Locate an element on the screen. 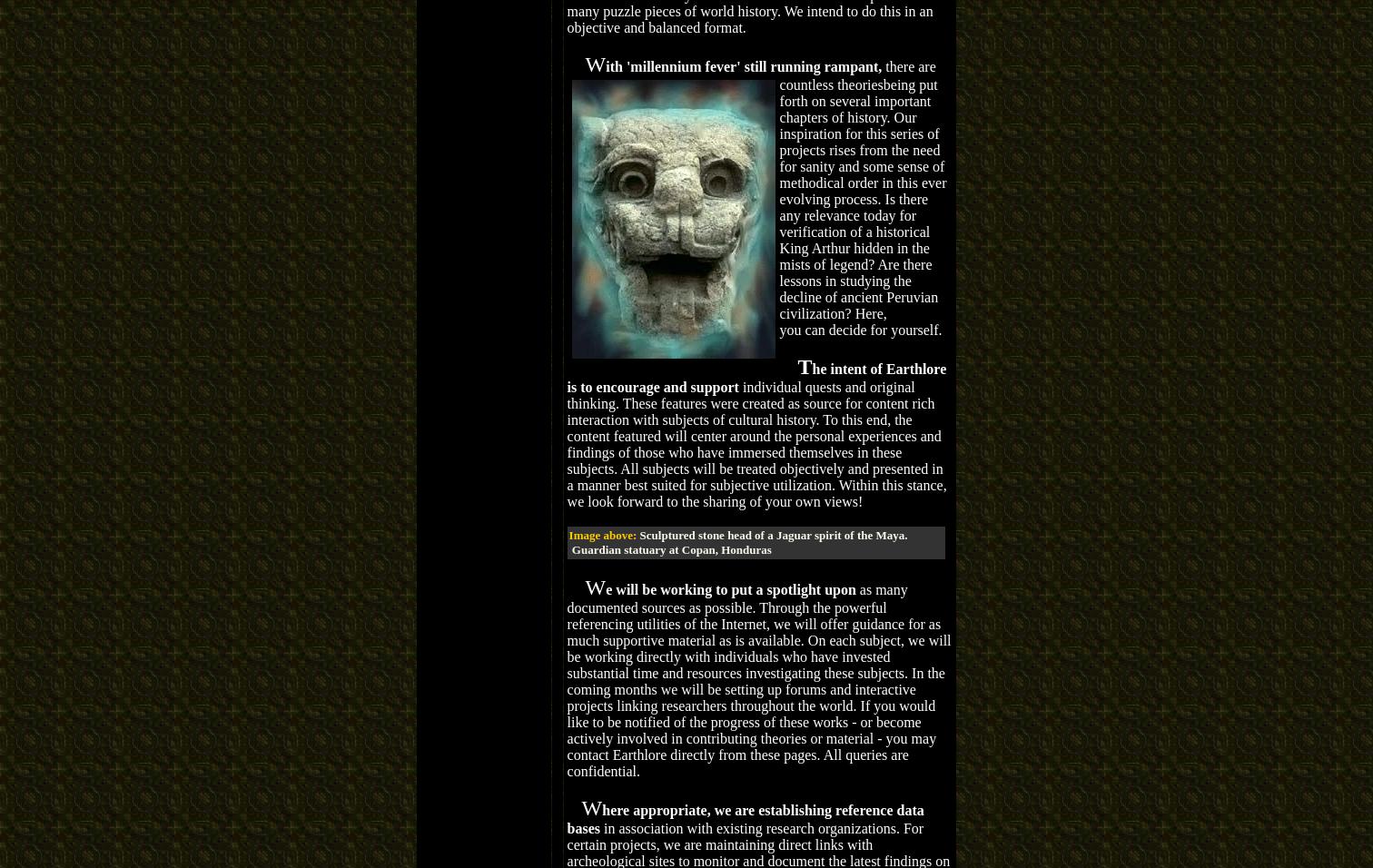 Image resolution: width=1373 pixels, height=868 pixels. 'e 
        will be working to put a spotlight upon' is located at coordinates (730, 588).